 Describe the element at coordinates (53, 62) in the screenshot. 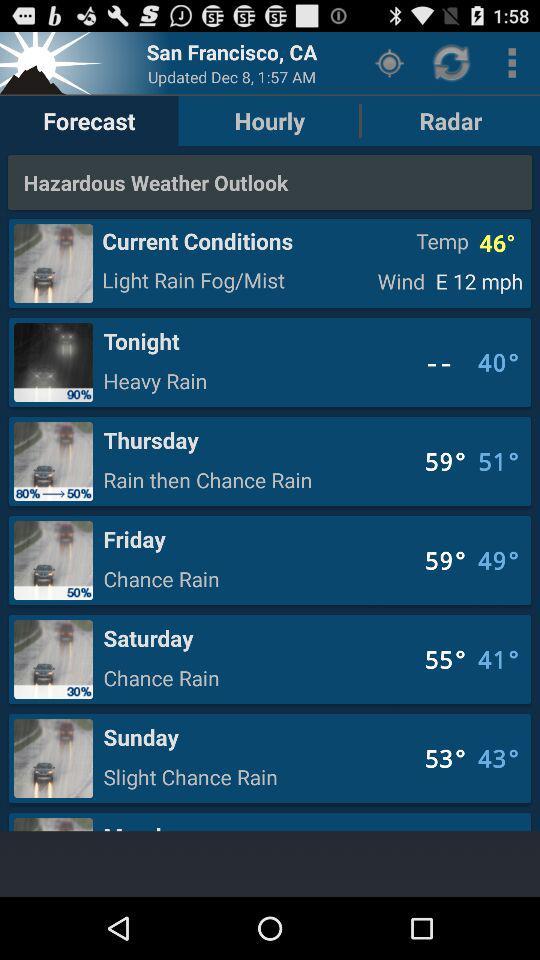

I see `weather logo` at that location.